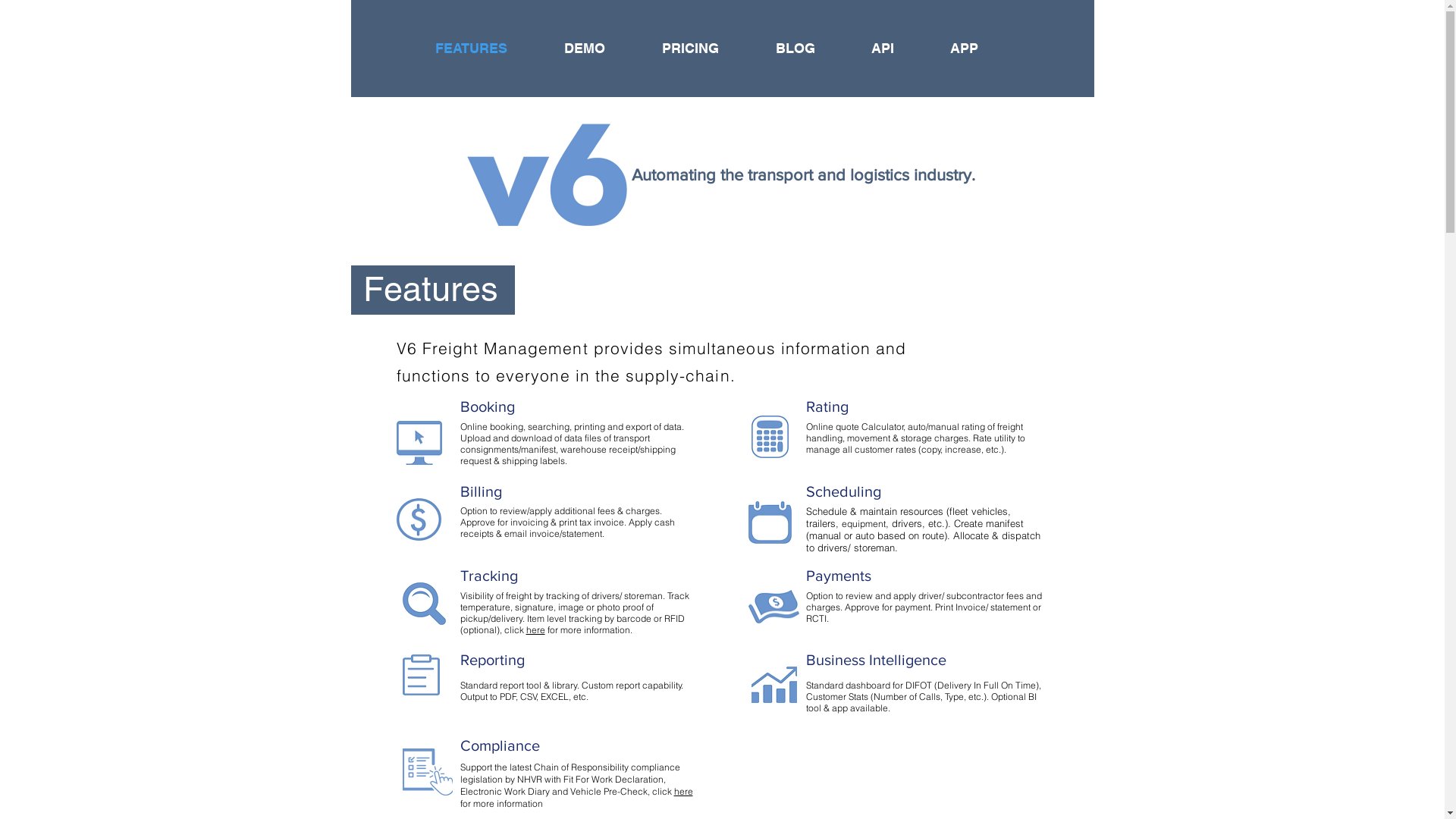 This screenshot has width=1456, height=819. I want to click on 'here', so click(682, 790).